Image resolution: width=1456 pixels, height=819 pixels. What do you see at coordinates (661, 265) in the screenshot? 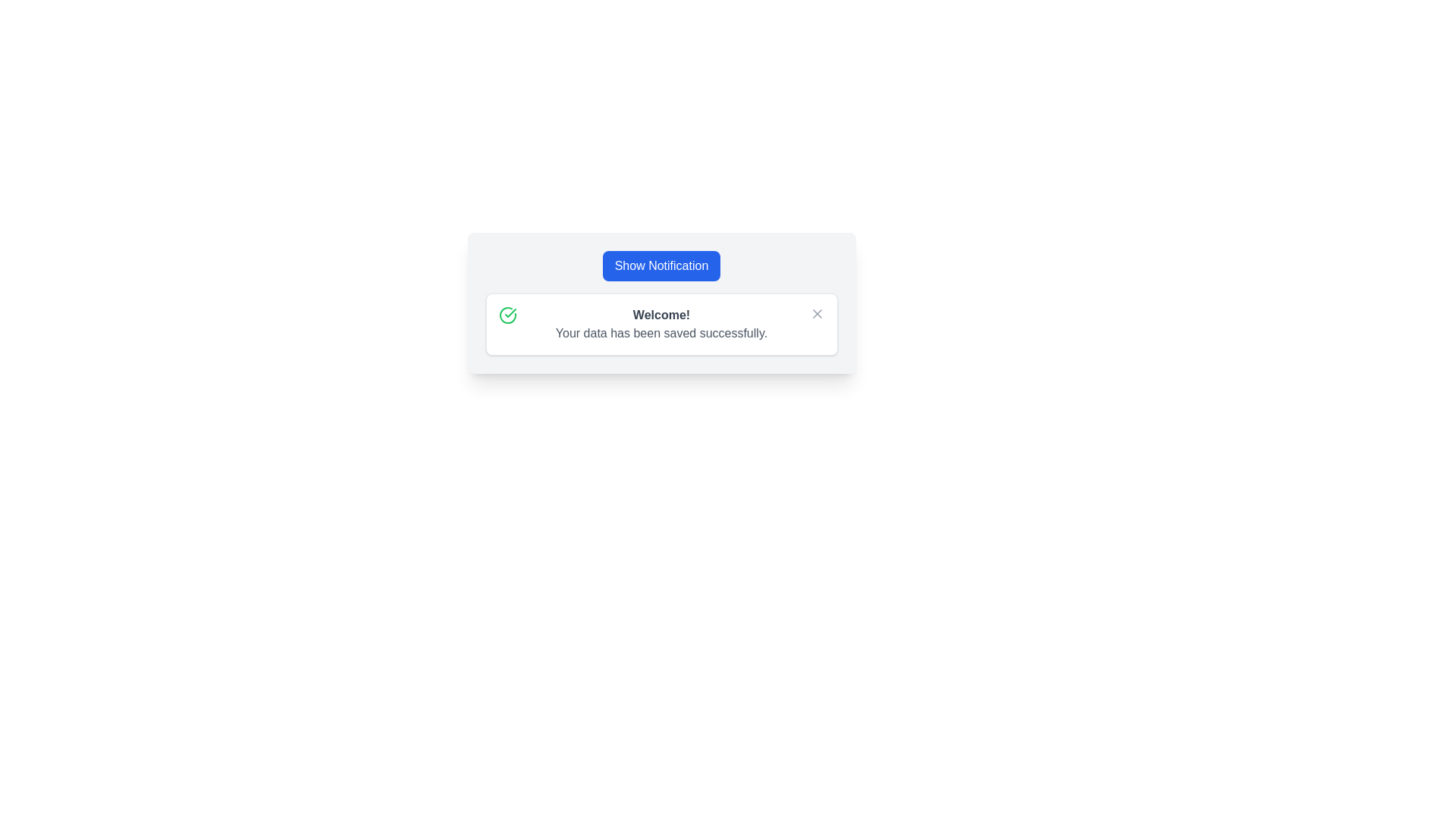
I see `the rectangular button labeled 'Show Notification' with a vibrant blue background` at bounding box center [661, 265].